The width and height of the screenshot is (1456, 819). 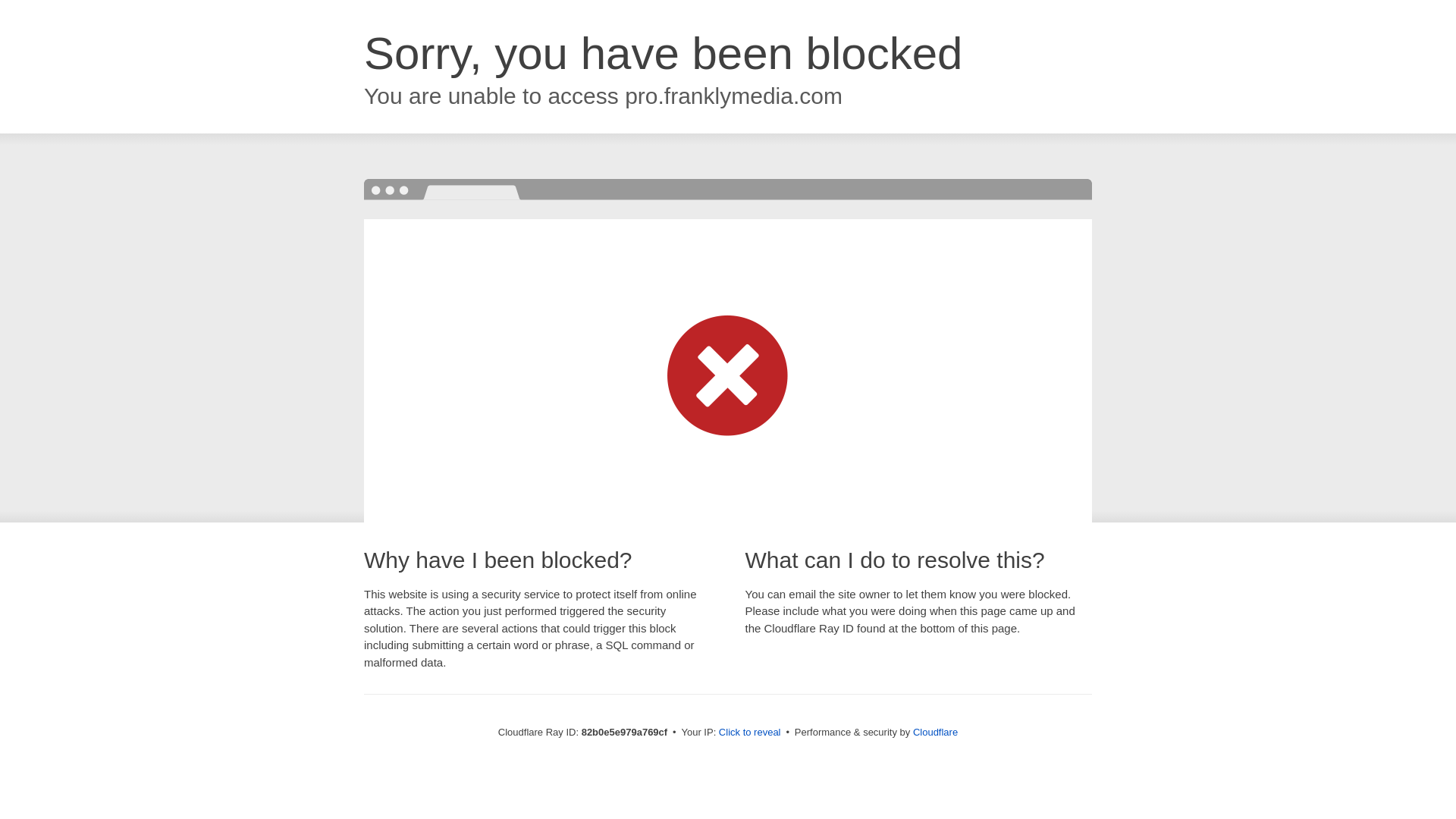 What do you see at coordinates (749, 731) in the screenshot?
I see `'Click to reveal'` at bounding box center [749, 731].